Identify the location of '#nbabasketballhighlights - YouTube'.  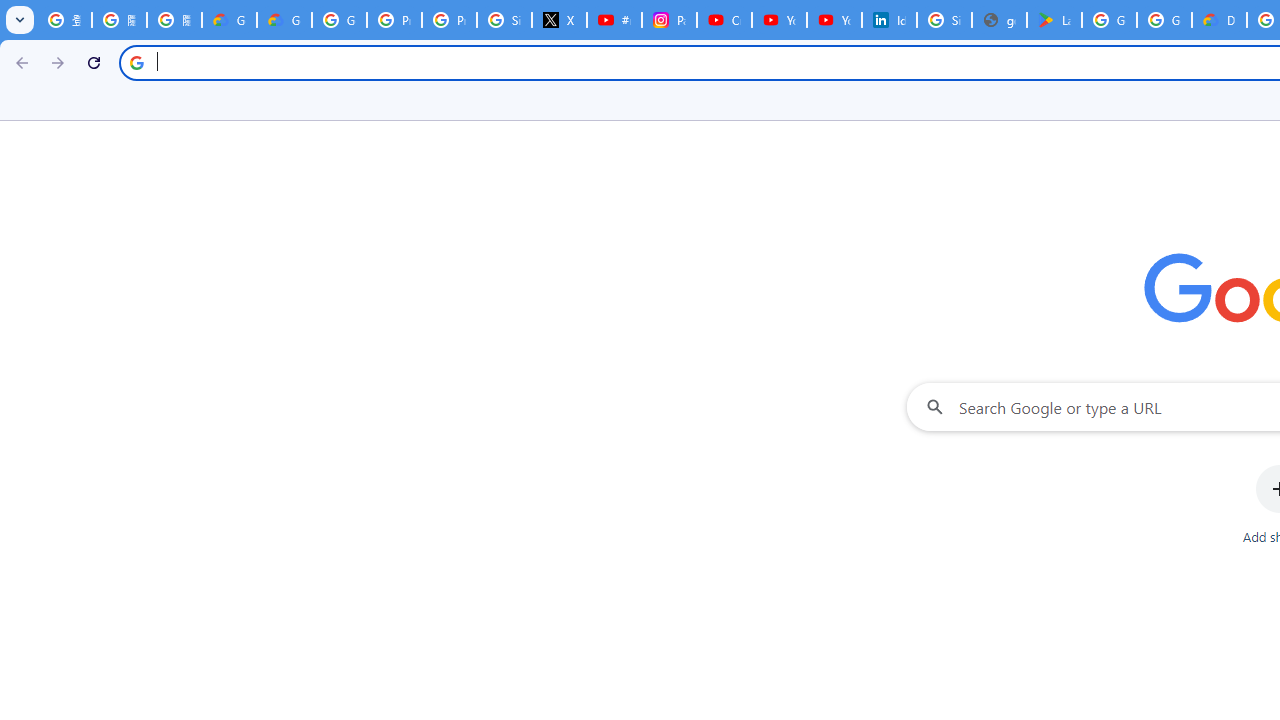
(614, 20).